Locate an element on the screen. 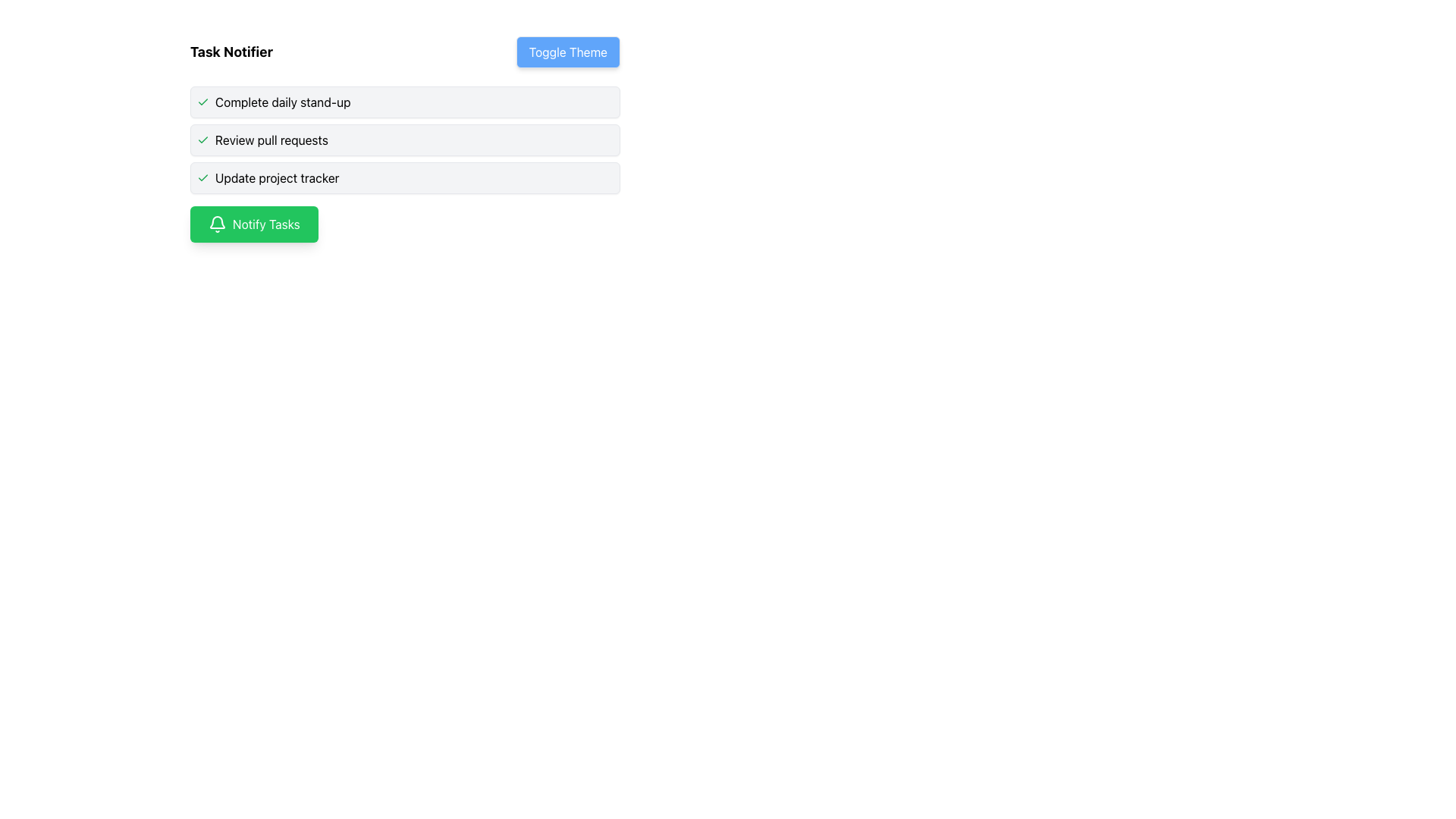 Image resolution: width=1456 pixels, height=819 pixels. the state of the checkmark icon located beside the text 'Complete daily stand-up' in the task list is located at coordinates (202, 102).